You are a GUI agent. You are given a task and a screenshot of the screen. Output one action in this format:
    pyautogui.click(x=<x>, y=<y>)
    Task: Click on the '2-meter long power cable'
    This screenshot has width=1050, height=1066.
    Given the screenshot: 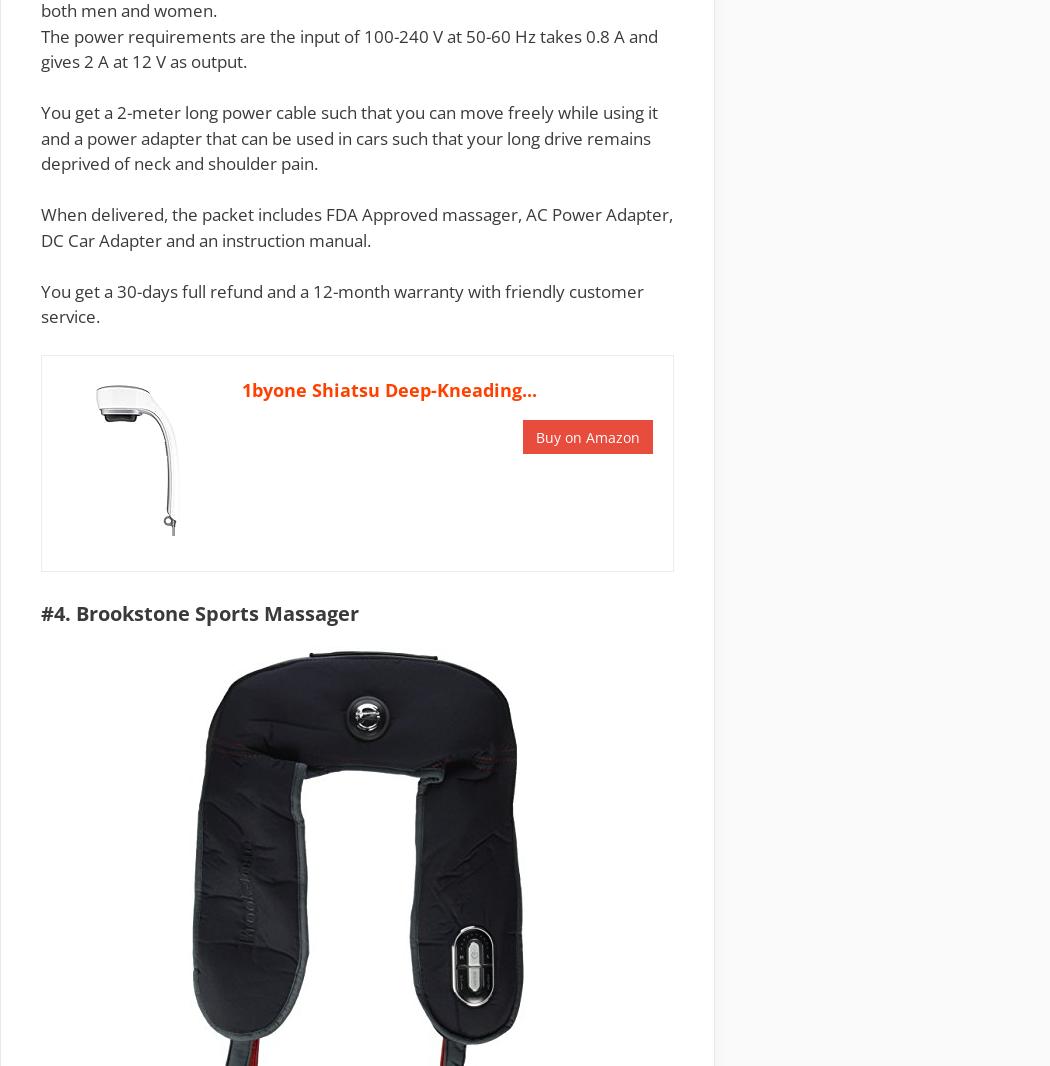 What is the action you would take?
    pyautogui.click(x=216, y=111)
    